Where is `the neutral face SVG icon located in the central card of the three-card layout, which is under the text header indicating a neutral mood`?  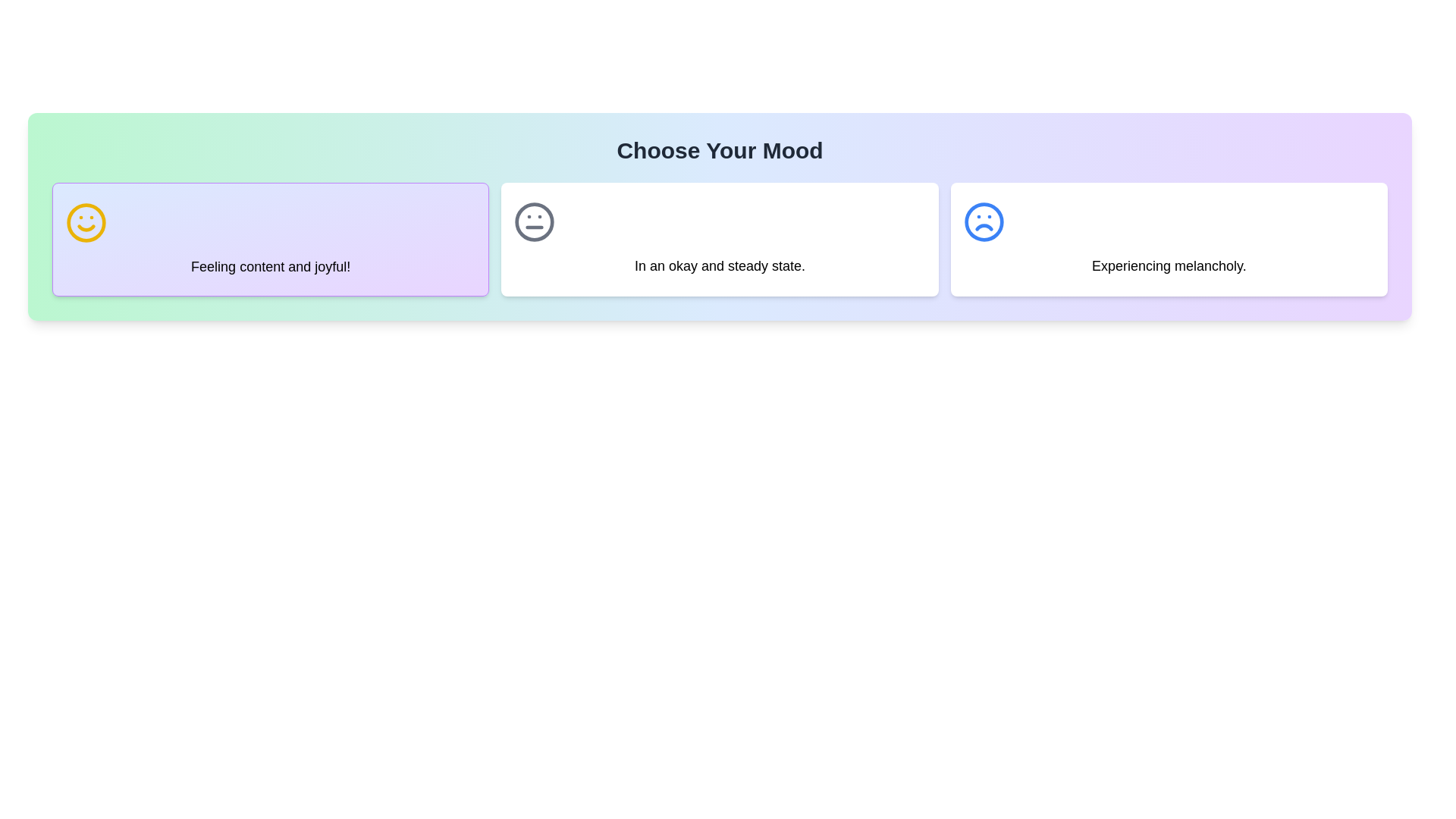
the neutral face SVG icon located in the central card of the three-card layout, which is under the text header indicating a neutral mood is located at coordinates (535, 222).